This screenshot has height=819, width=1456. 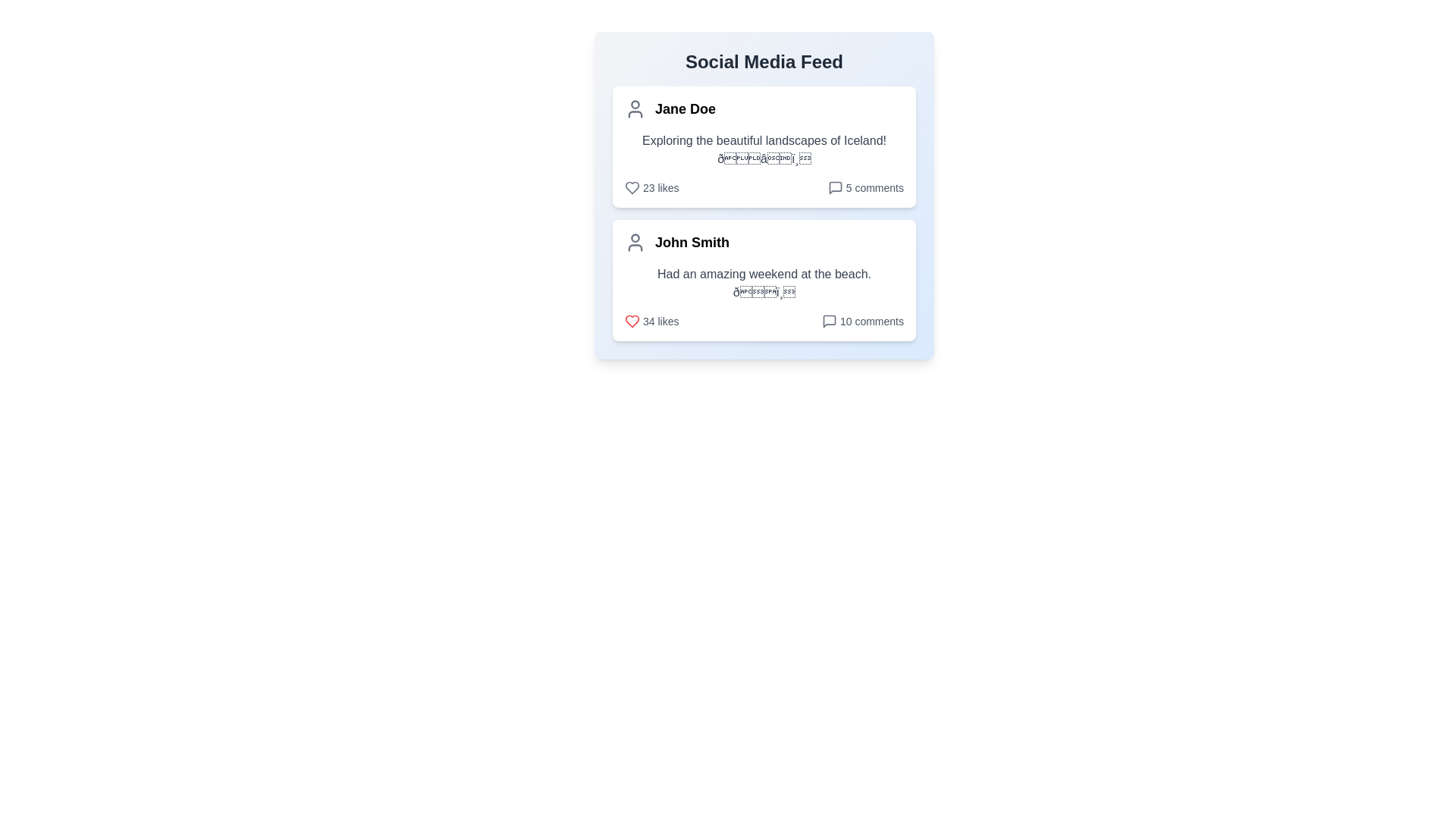 What do you see at coordinates (865, 187) in the screenshot?
I see `the comment count area to focus on the number of comments for the post` at bounding box center [865, 187].